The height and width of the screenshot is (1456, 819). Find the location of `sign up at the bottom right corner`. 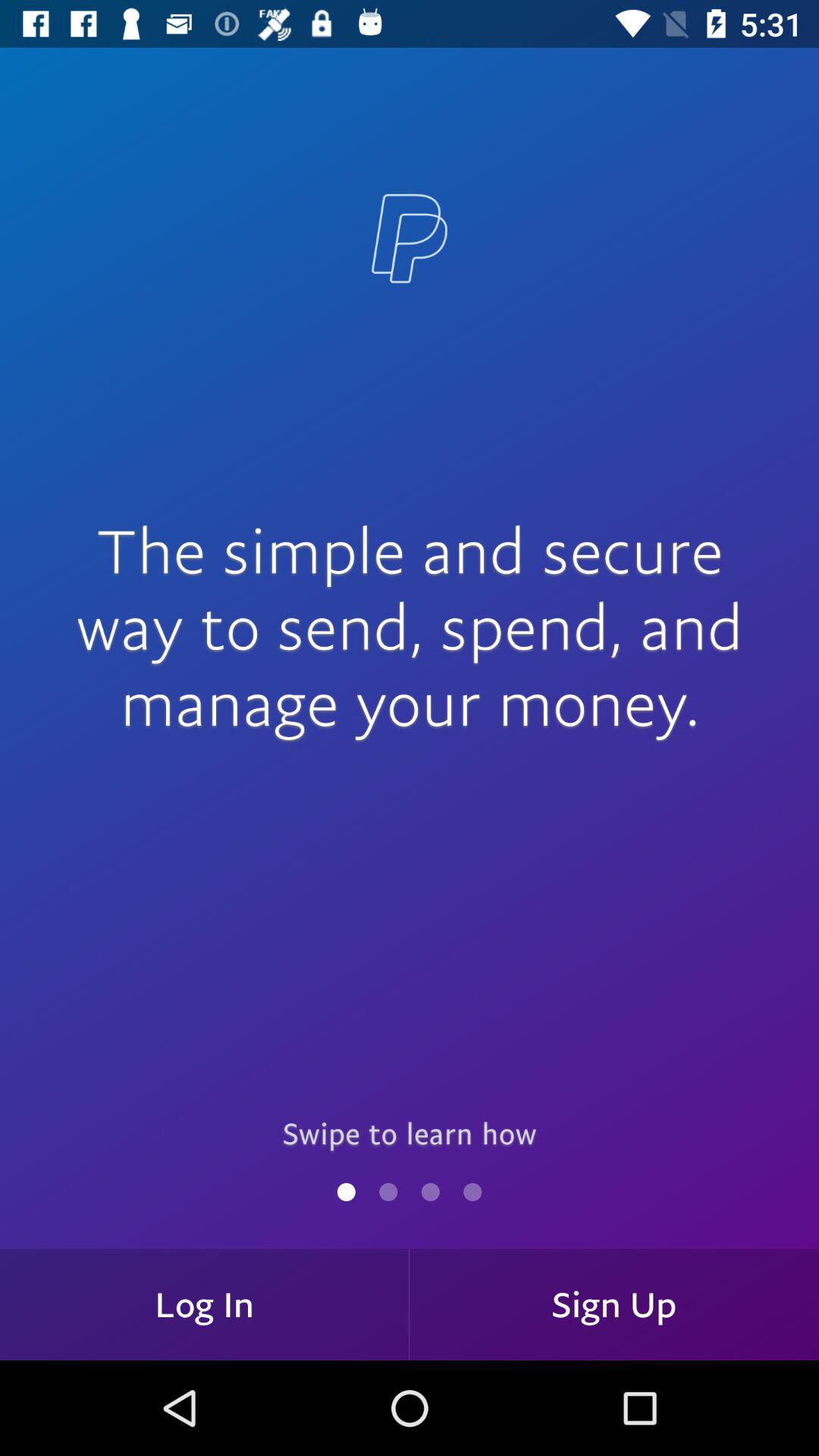

sign up at the bottom right corner is located at coordinates (614, 1304).